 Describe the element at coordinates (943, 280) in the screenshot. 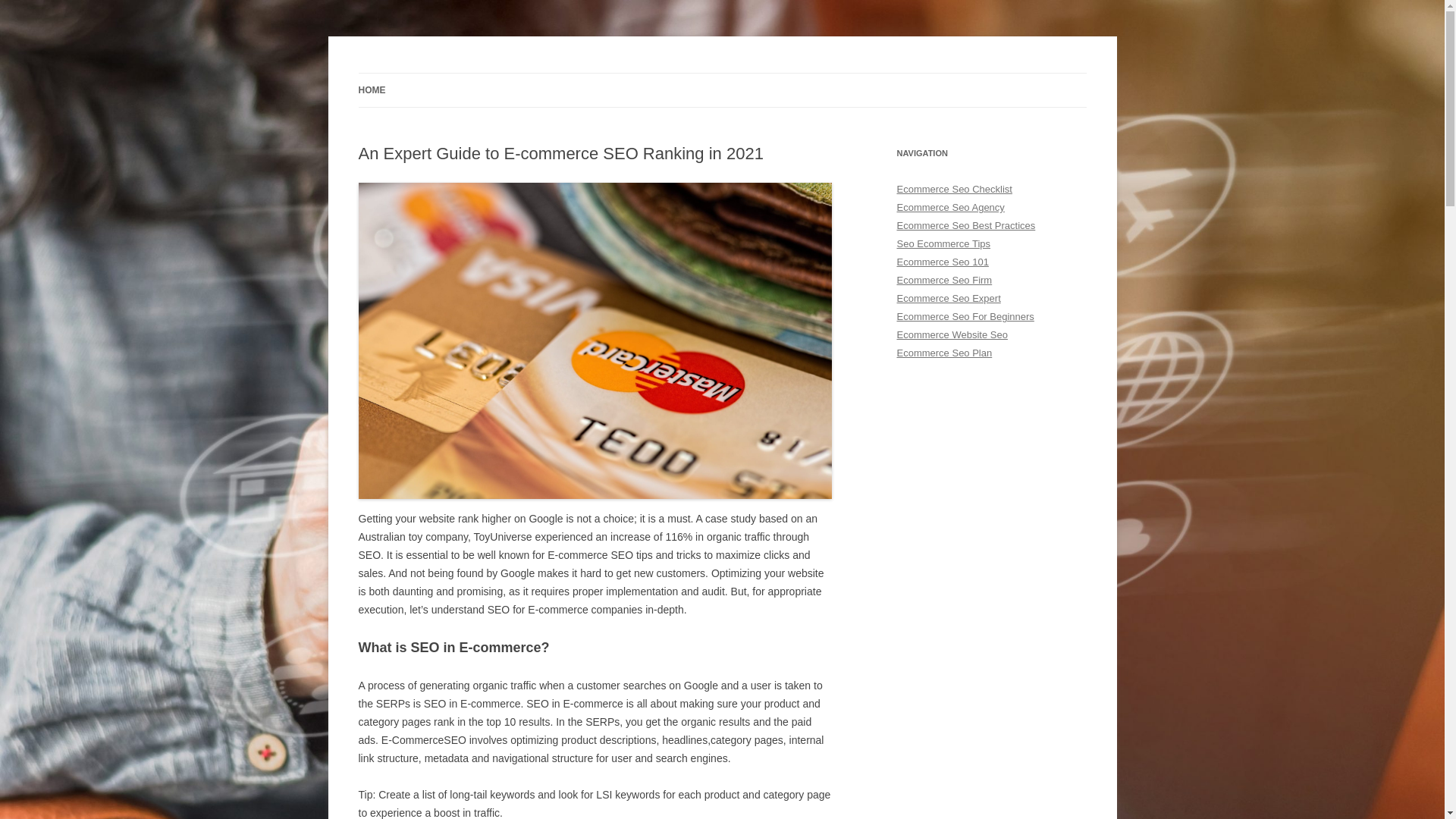

I see `'Ecommerce Seo Firm'` at that location.